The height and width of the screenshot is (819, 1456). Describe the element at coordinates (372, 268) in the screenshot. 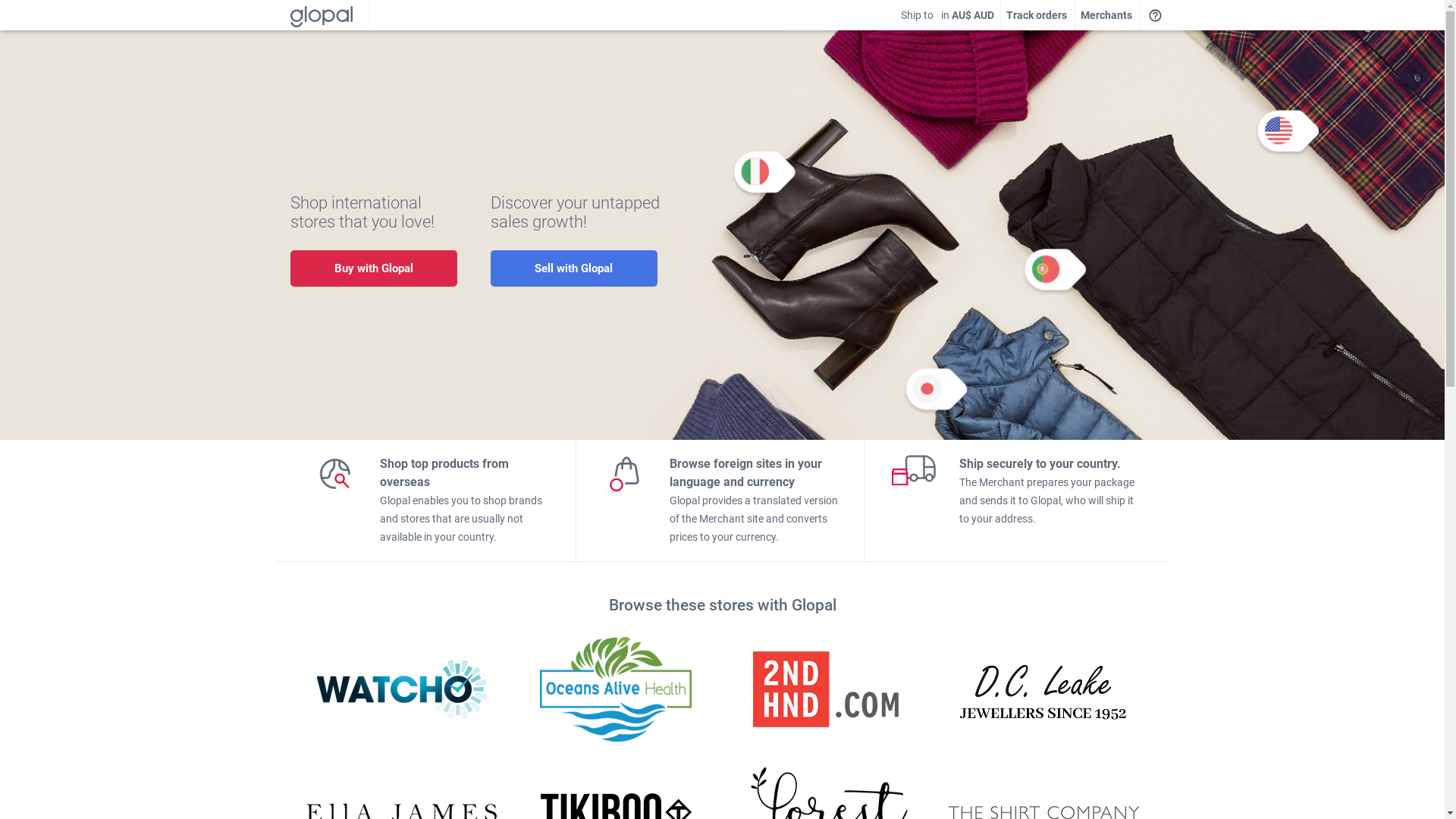

I see `'Buy with Glopal'` at that location.